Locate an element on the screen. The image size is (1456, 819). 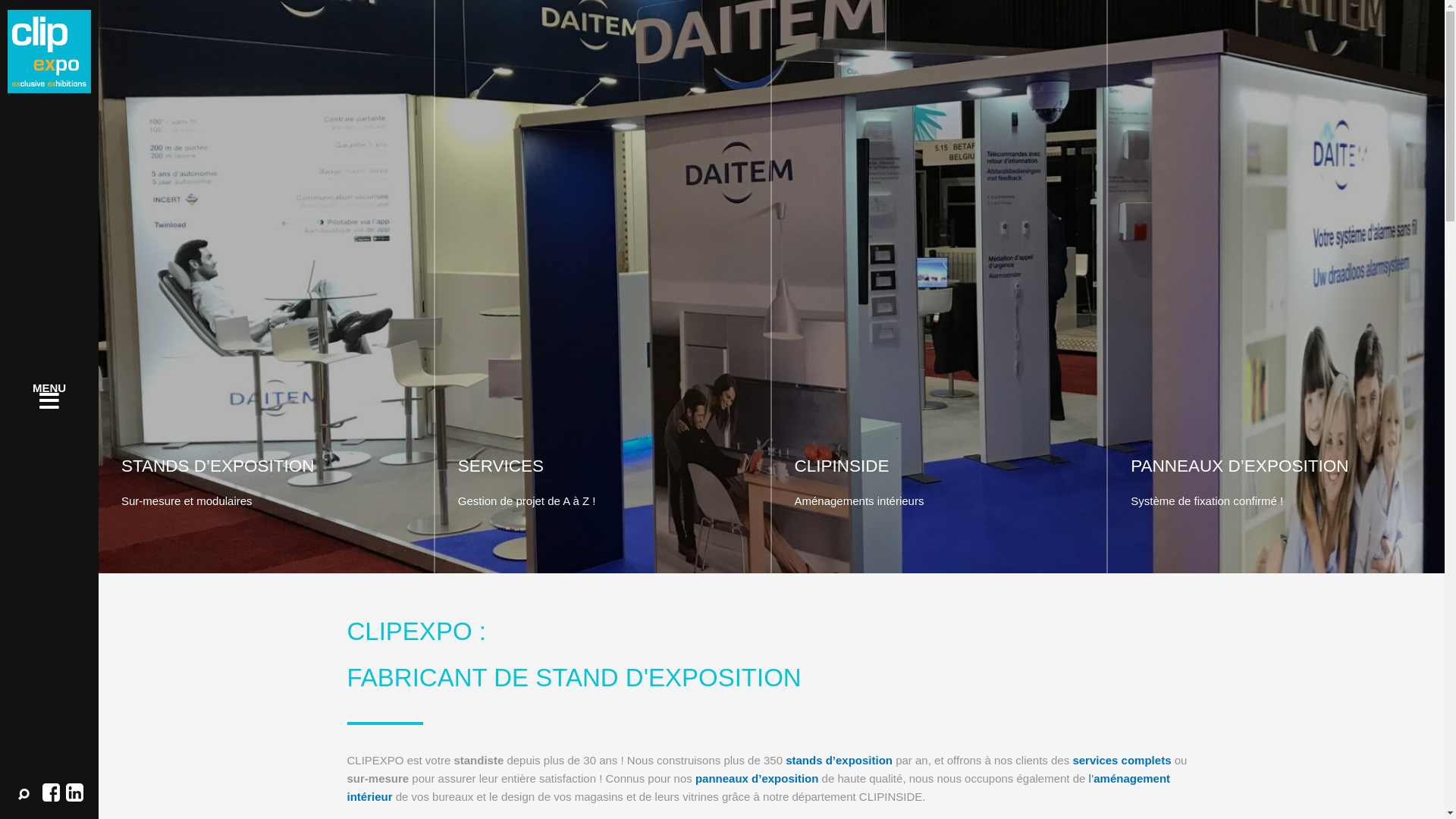
'services complets' is located at coordinates (1121, 760).